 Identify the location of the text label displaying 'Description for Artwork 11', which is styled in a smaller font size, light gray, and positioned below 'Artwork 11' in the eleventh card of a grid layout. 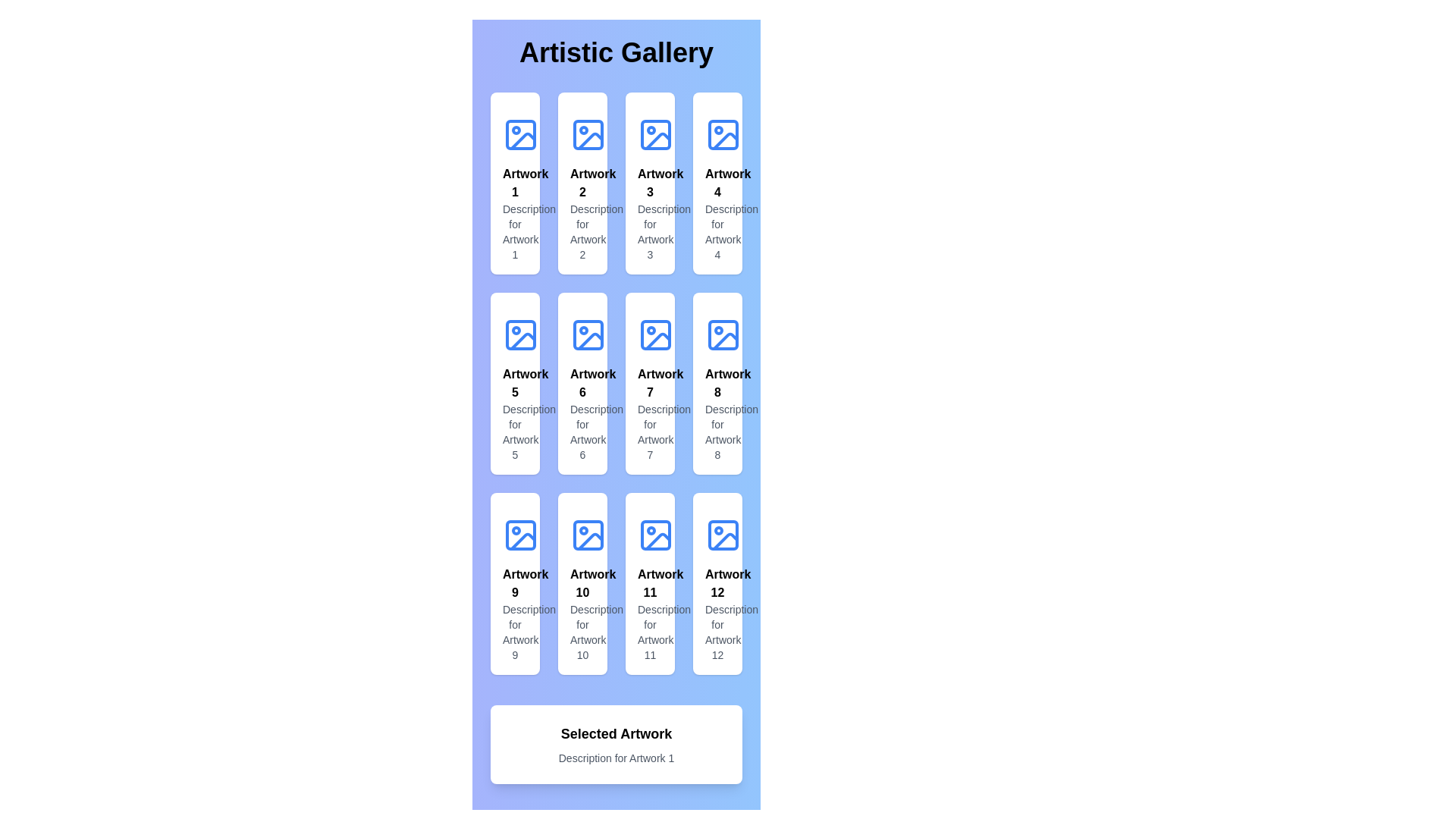
(650, 632).